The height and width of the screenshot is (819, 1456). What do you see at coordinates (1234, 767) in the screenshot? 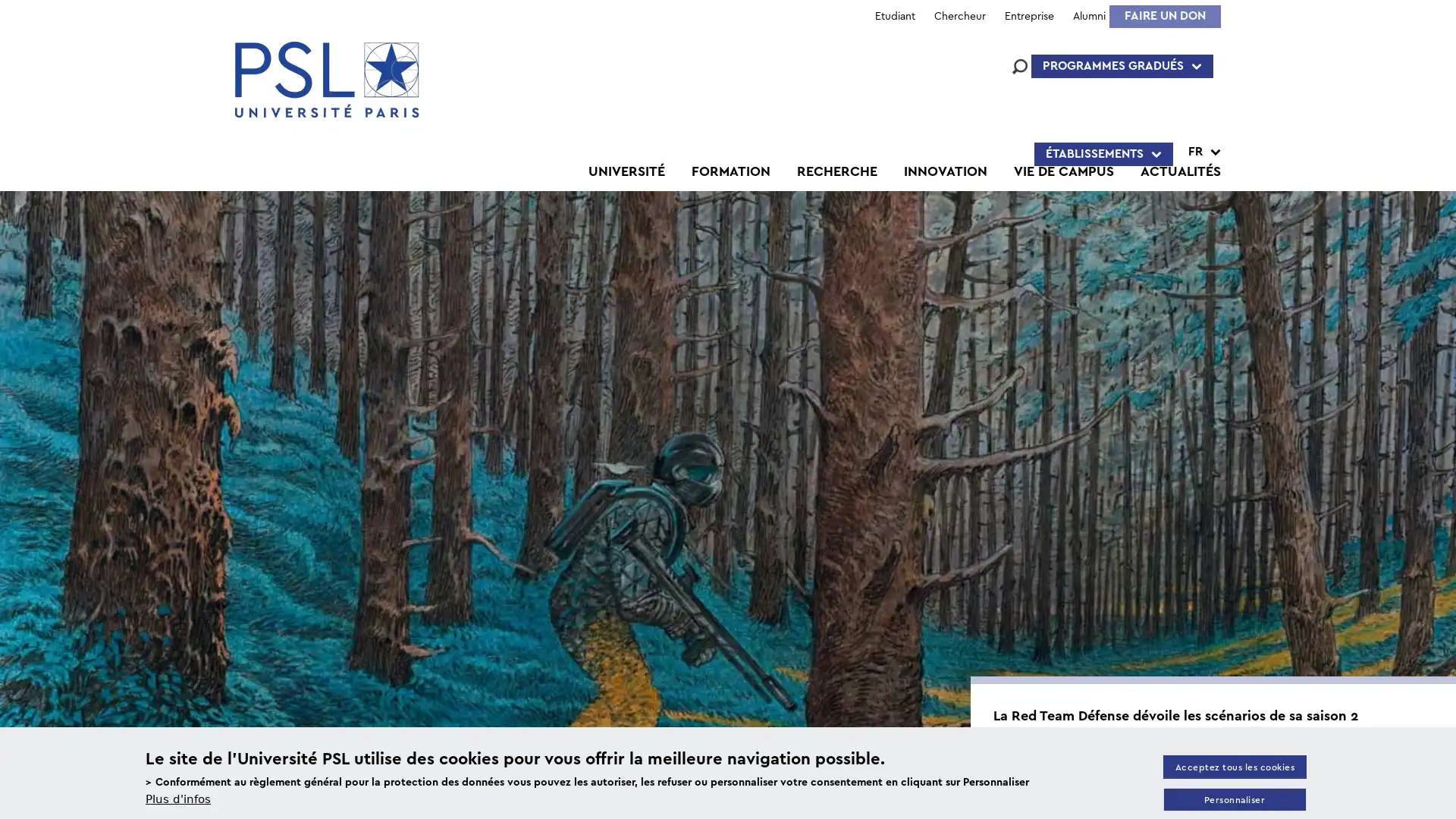
I see `Acceptez tous les cookies` at bounding box center [1234, 767].